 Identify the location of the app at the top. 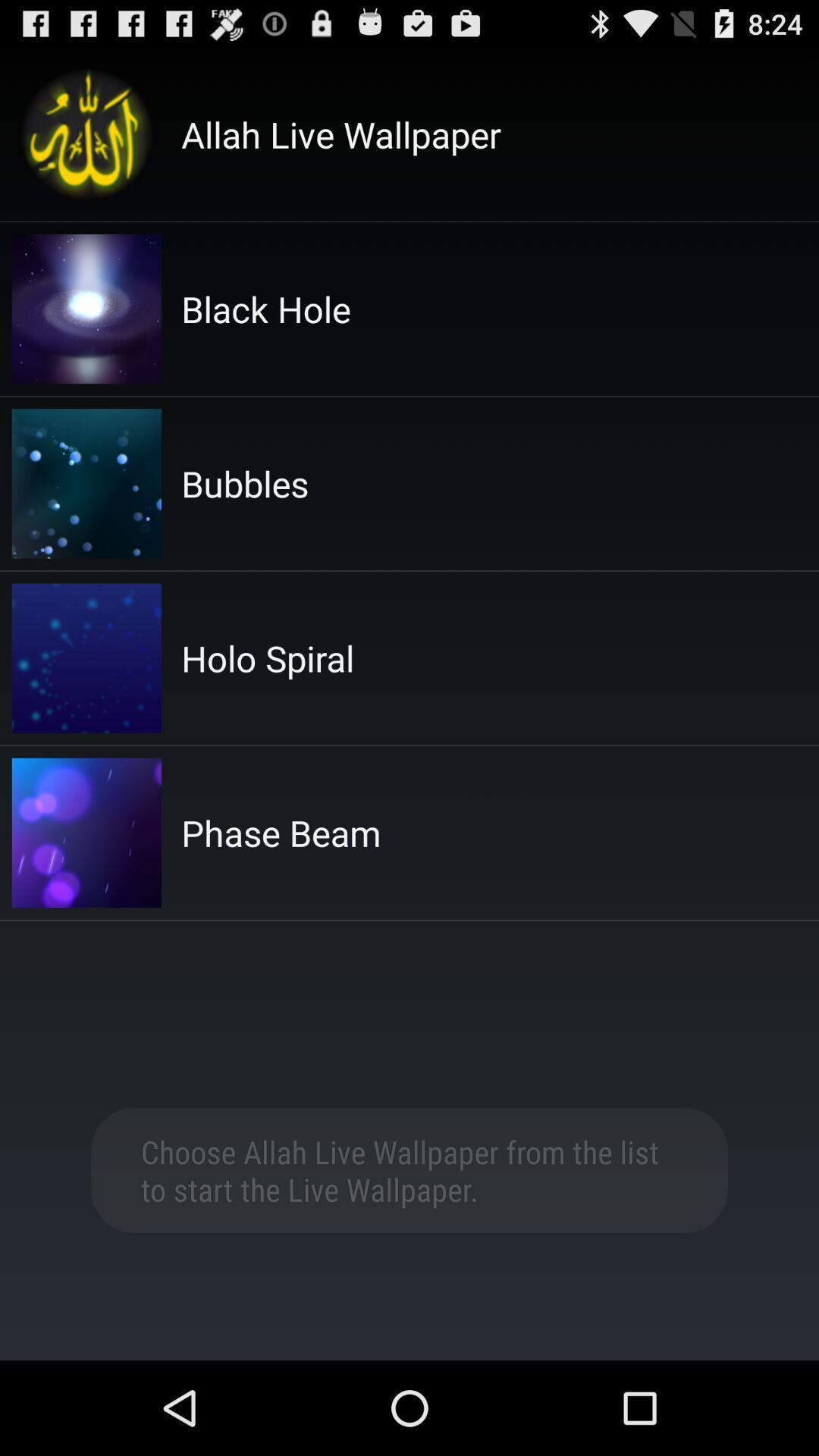
(341, 134).